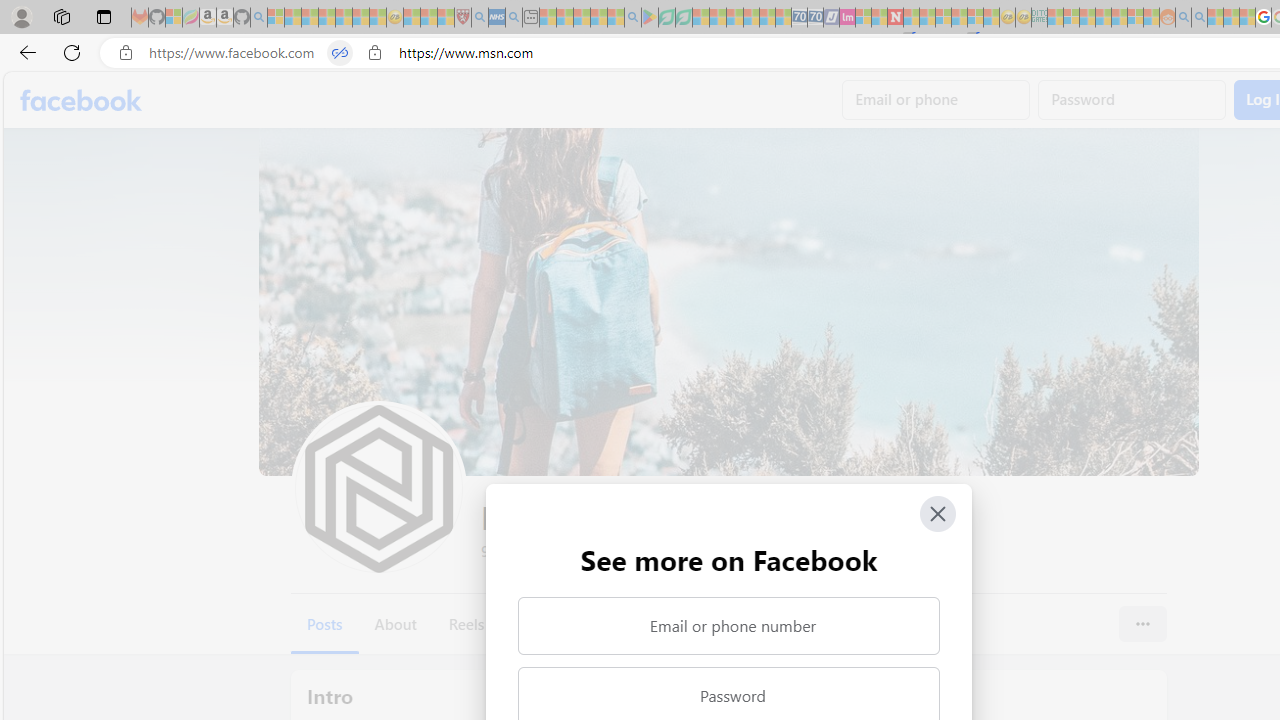 The width and height of the screenshot is (1280, 720). Describe the element at coordinates (631, 17) in the screenshot. I see `'google - Search - Sleeping'` at that location.